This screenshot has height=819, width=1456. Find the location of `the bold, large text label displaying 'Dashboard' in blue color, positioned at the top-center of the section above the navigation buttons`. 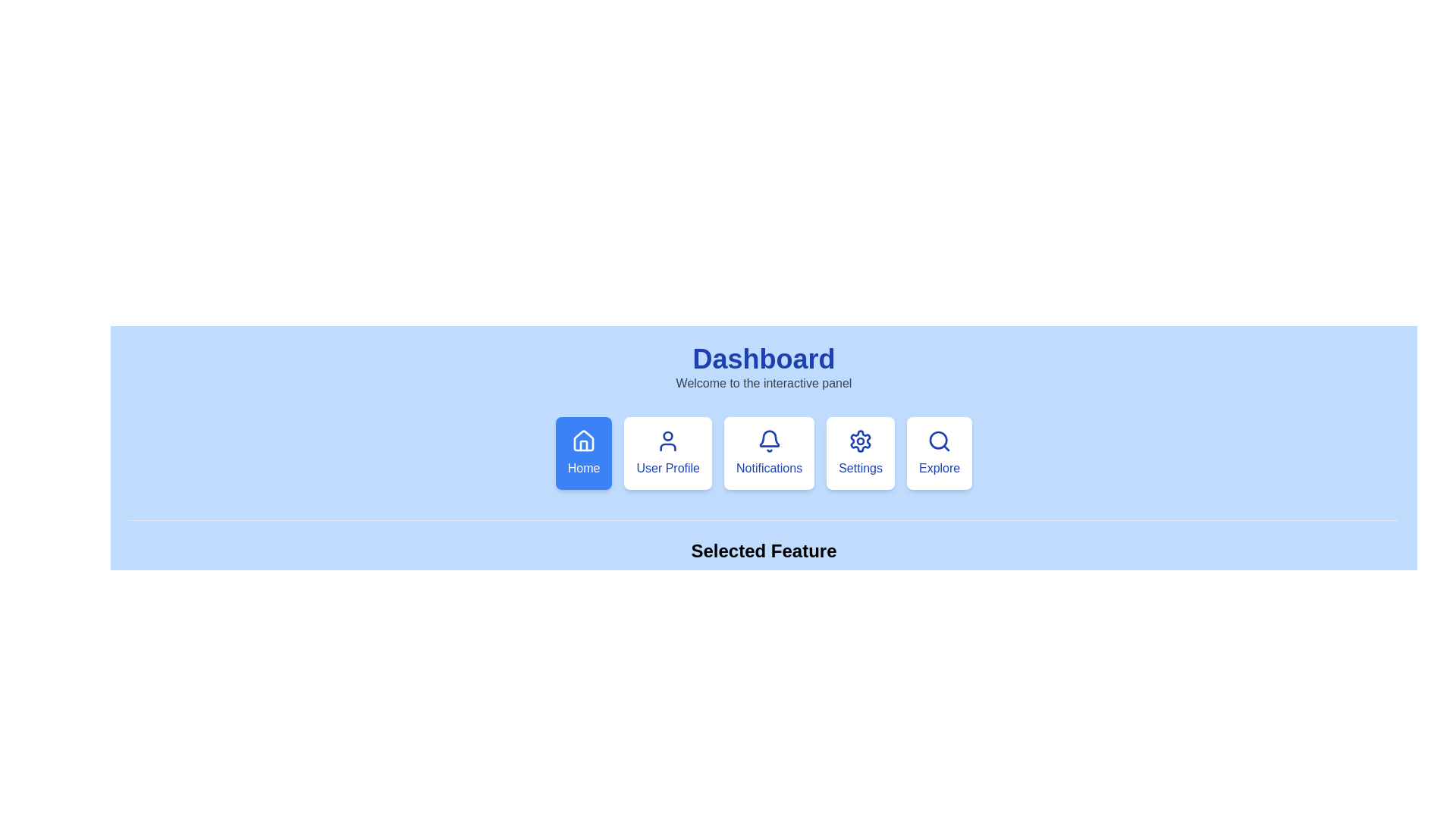

the bold, large text label displaying 'Dashboard' in blue color, positioned at the top-center of the section above the navigation buttons is located at coordinates (764, 359).